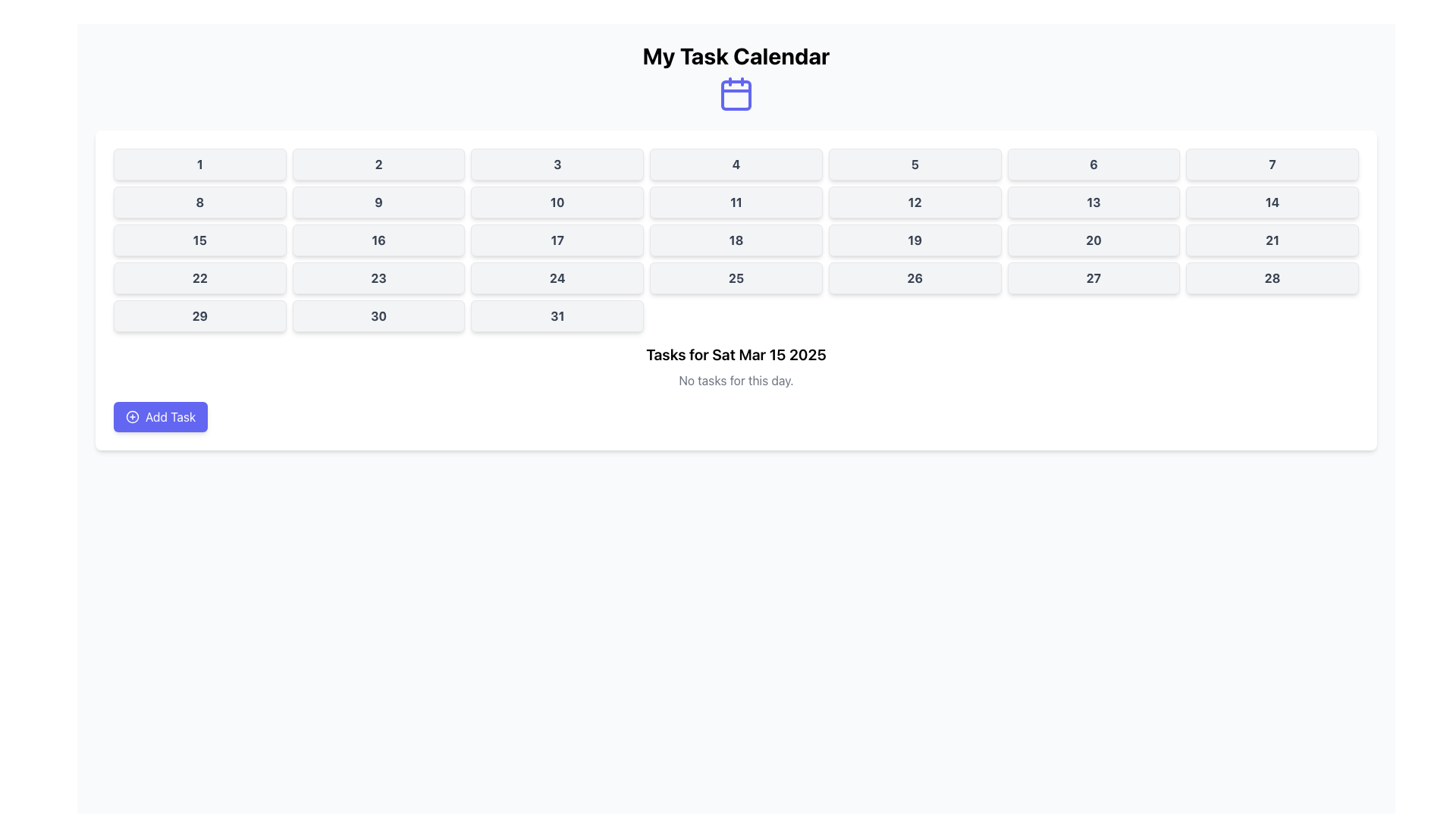 The image size is (1456, 819). I want to click on the interactive button representing the date, so click(556, 239).